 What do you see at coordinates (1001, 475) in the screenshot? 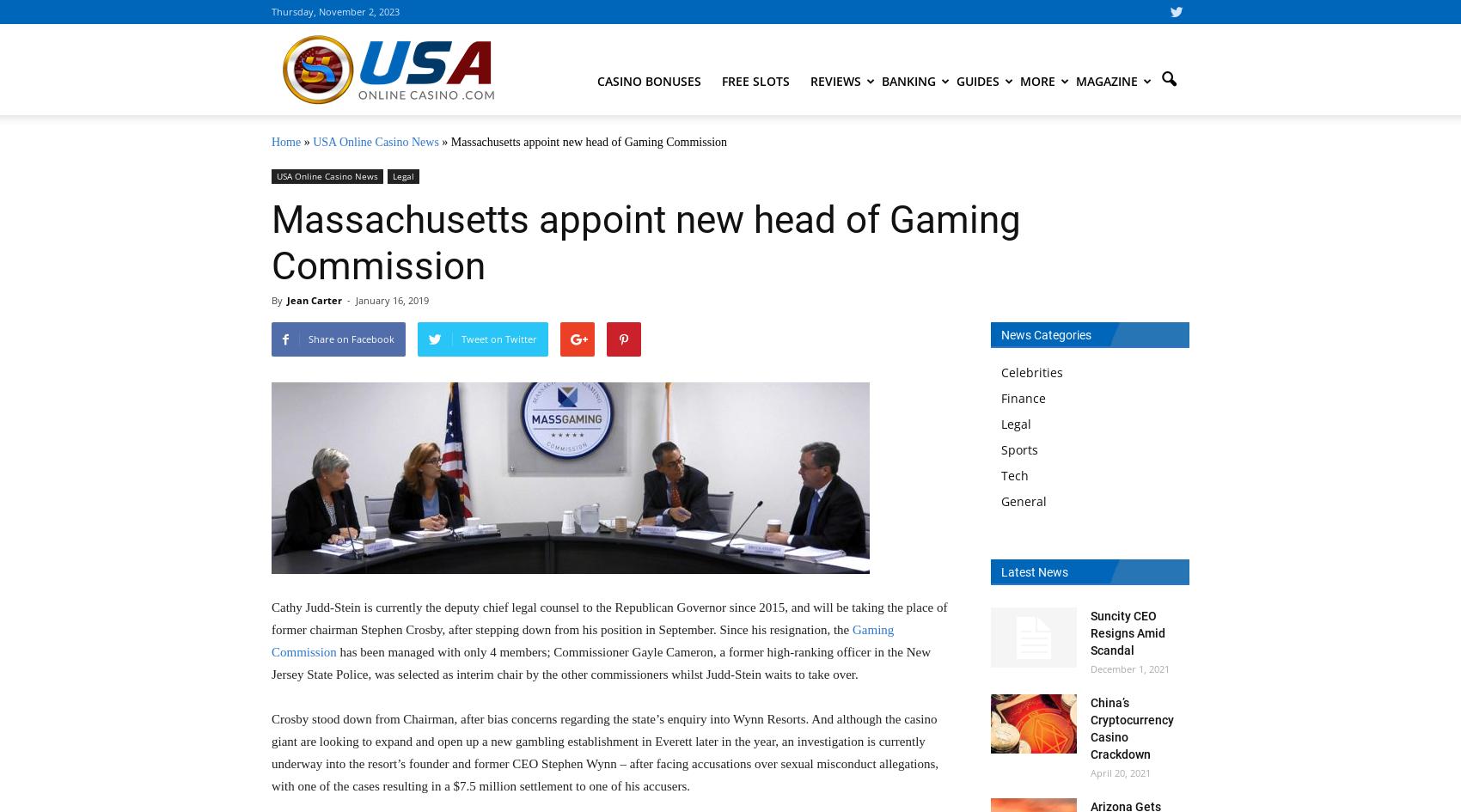
I see `'Tech'` at bounding box center [1001, 475].